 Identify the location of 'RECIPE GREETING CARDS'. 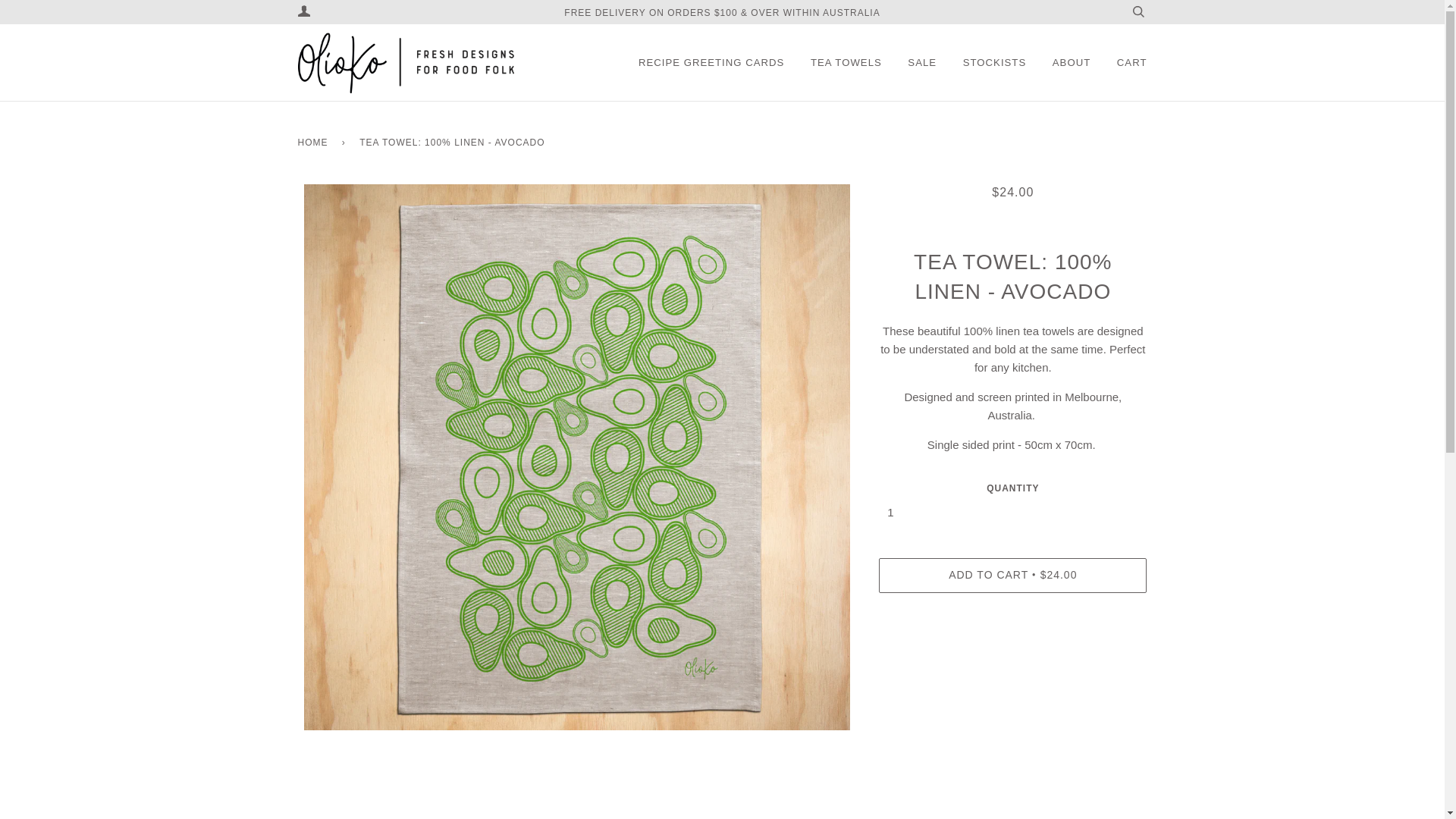
(710, 61).